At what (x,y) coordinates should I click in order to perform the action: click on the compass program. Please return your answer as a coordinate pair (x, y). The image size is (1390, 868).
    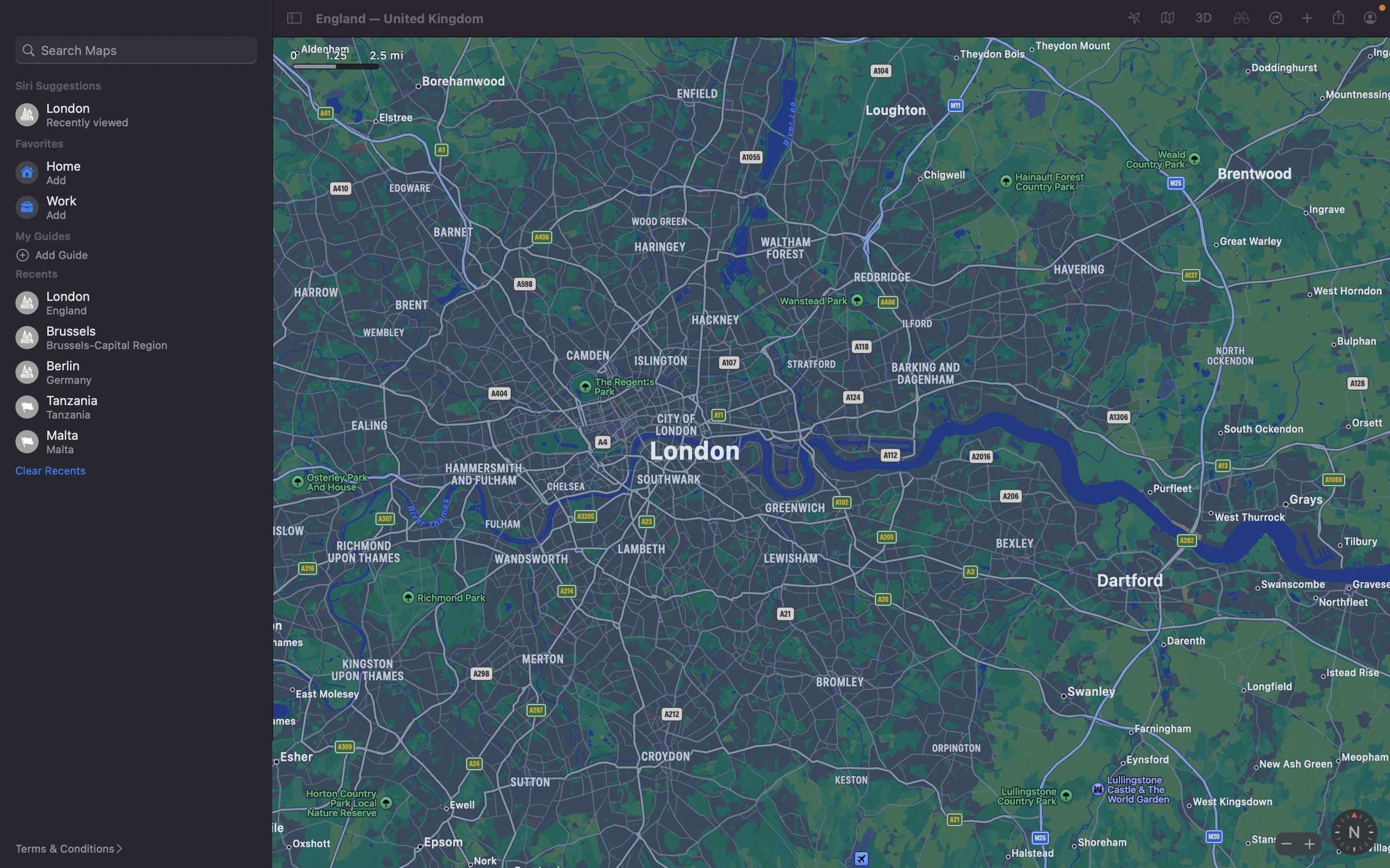
    Looking at the image, I should click on (1353, 832).